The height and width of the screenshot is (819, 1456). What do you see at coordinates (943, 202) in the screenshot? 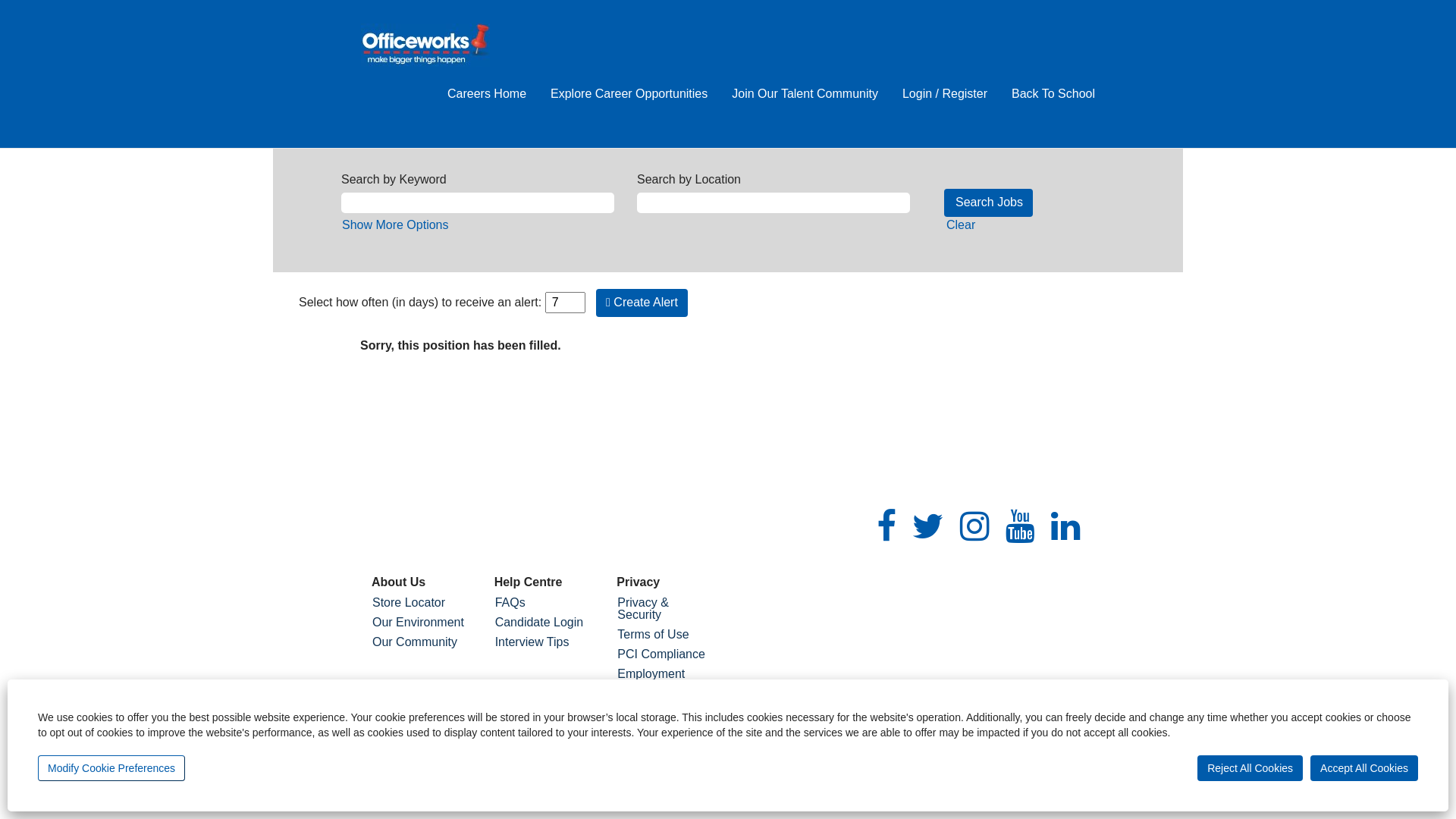
I see `'Search Jobs'` at bounding box center [943, 202].